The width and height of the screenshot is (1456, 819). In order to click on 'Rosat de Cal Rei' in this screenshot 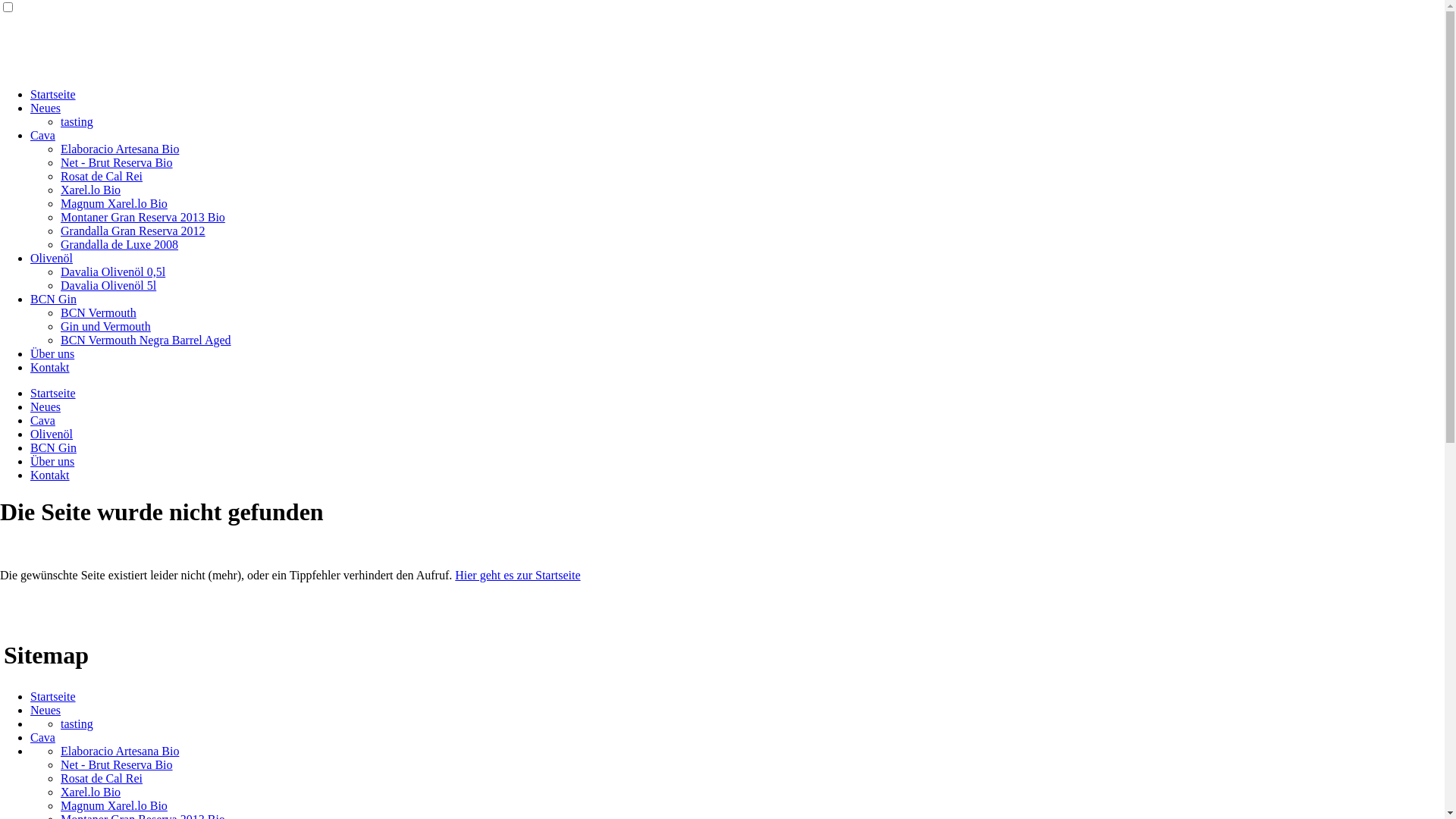, I will do `click(101, 778)`.